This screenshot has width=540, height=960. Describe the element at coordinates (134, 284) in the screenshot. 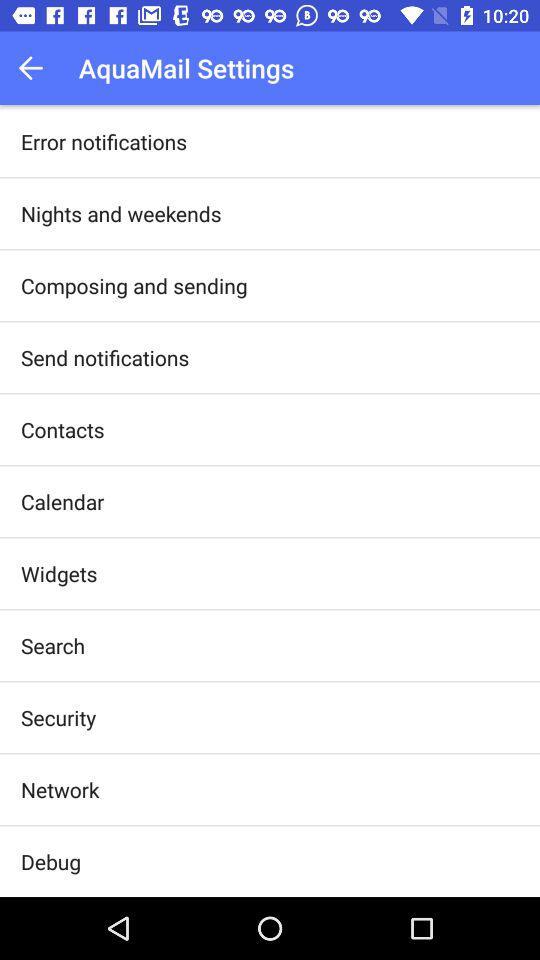

I see `app below nights and weekends` at that location.